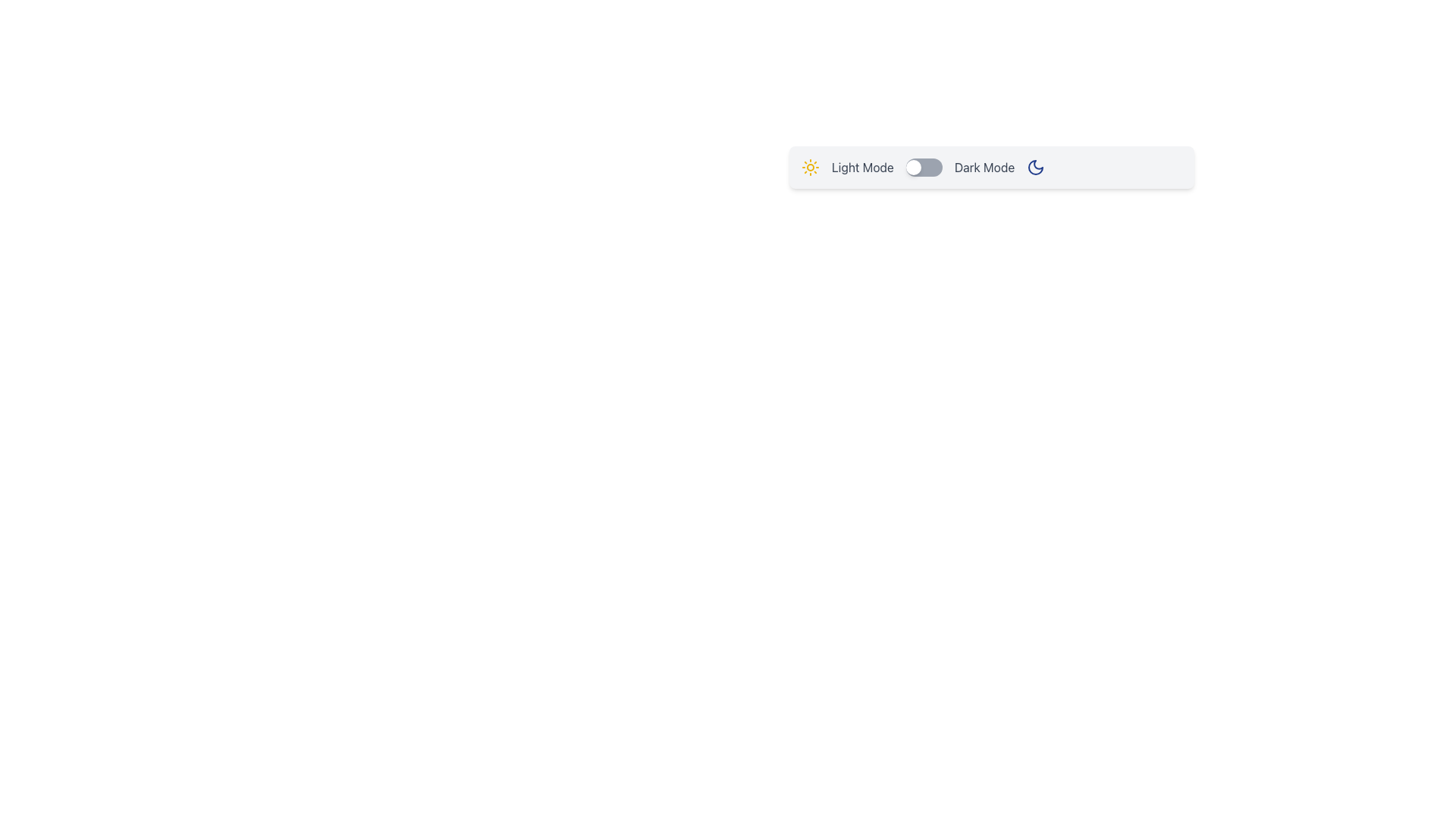 The width and height of the screenshot is (1456, 819). What do you see at coordinates (810, 167) in the screenshot?
I see `the sun icon that represents the 'Light Mode' option located on the left side of the theme toggle setting layout, before the 'Light Mode' text` at bounding box center [810, 167].